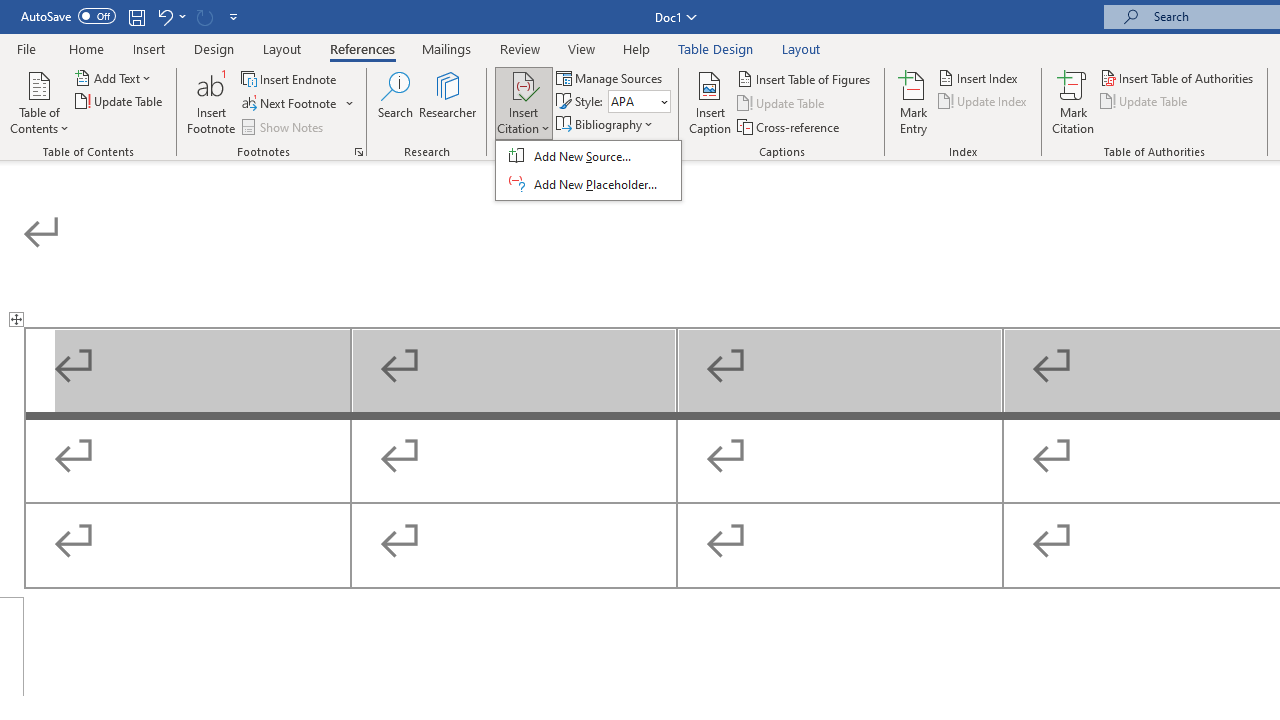 The image size is (1280, 720). Describe the element at coordinates (283, 127) in the screenshot. I see `'Show Notes'` at that location.